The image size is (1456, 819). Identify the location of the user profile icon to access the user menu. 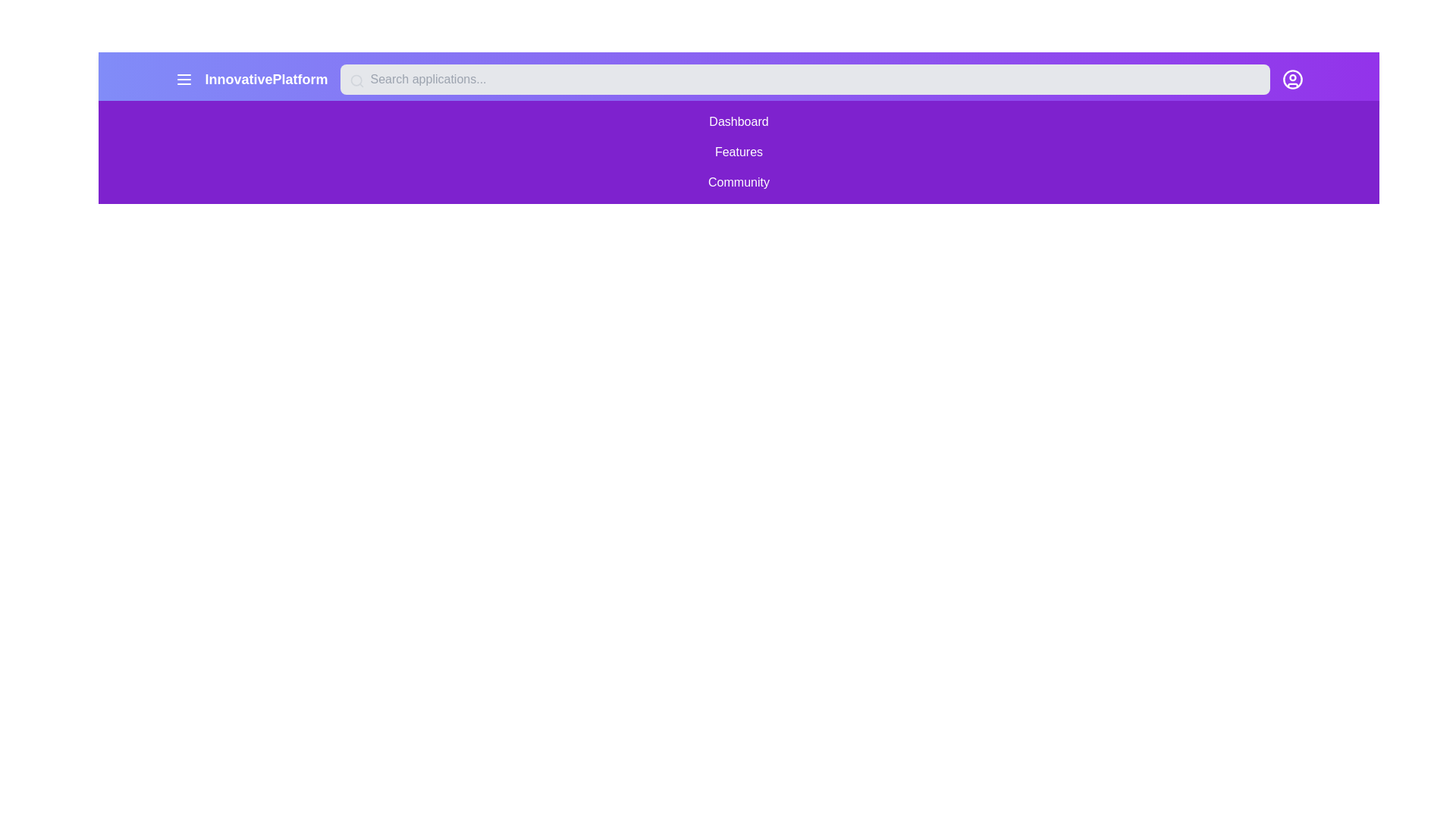
(1291, 79).